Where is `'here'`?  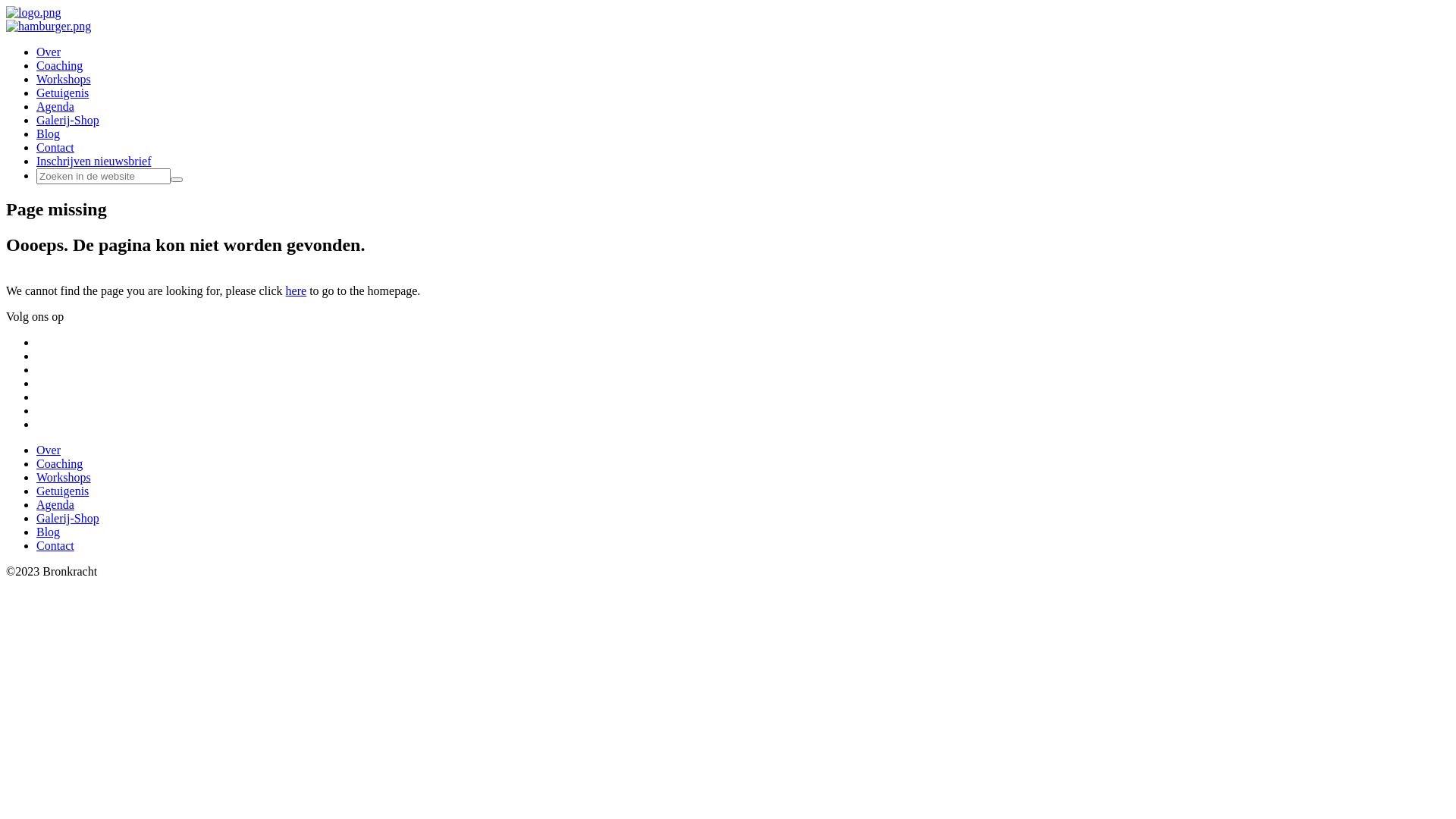 'here' is located at coordinates (296, 290).